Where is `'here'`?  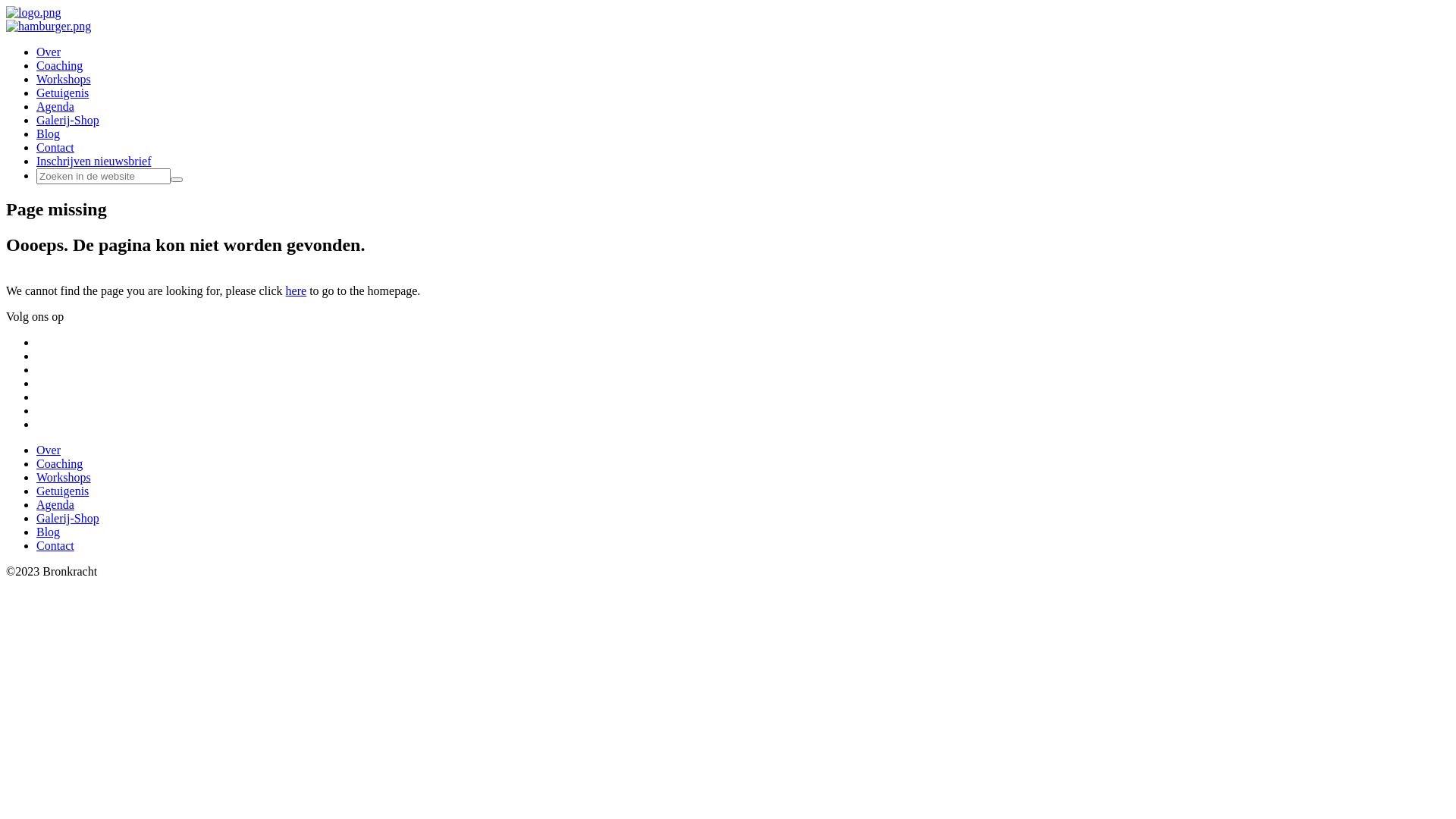 'here' is located at coordinates (296, 290).